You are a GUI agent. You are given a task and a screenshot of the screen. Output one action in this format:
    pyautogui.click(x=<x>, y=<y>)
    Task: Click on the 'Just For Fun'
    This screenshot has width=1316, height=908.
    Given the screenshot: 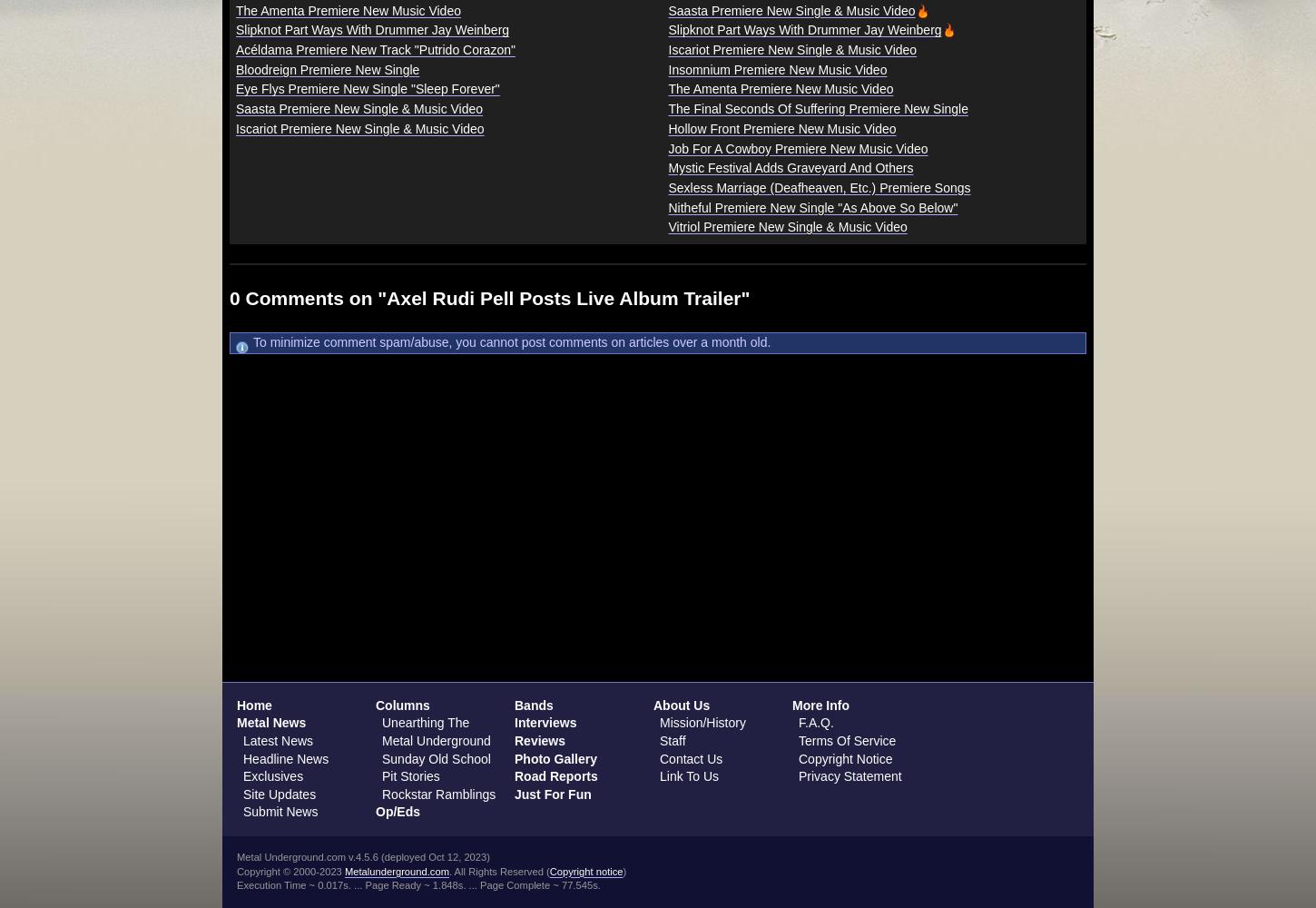 What is the action you would take?
    pyautogui.click(x=552, y=793)
    